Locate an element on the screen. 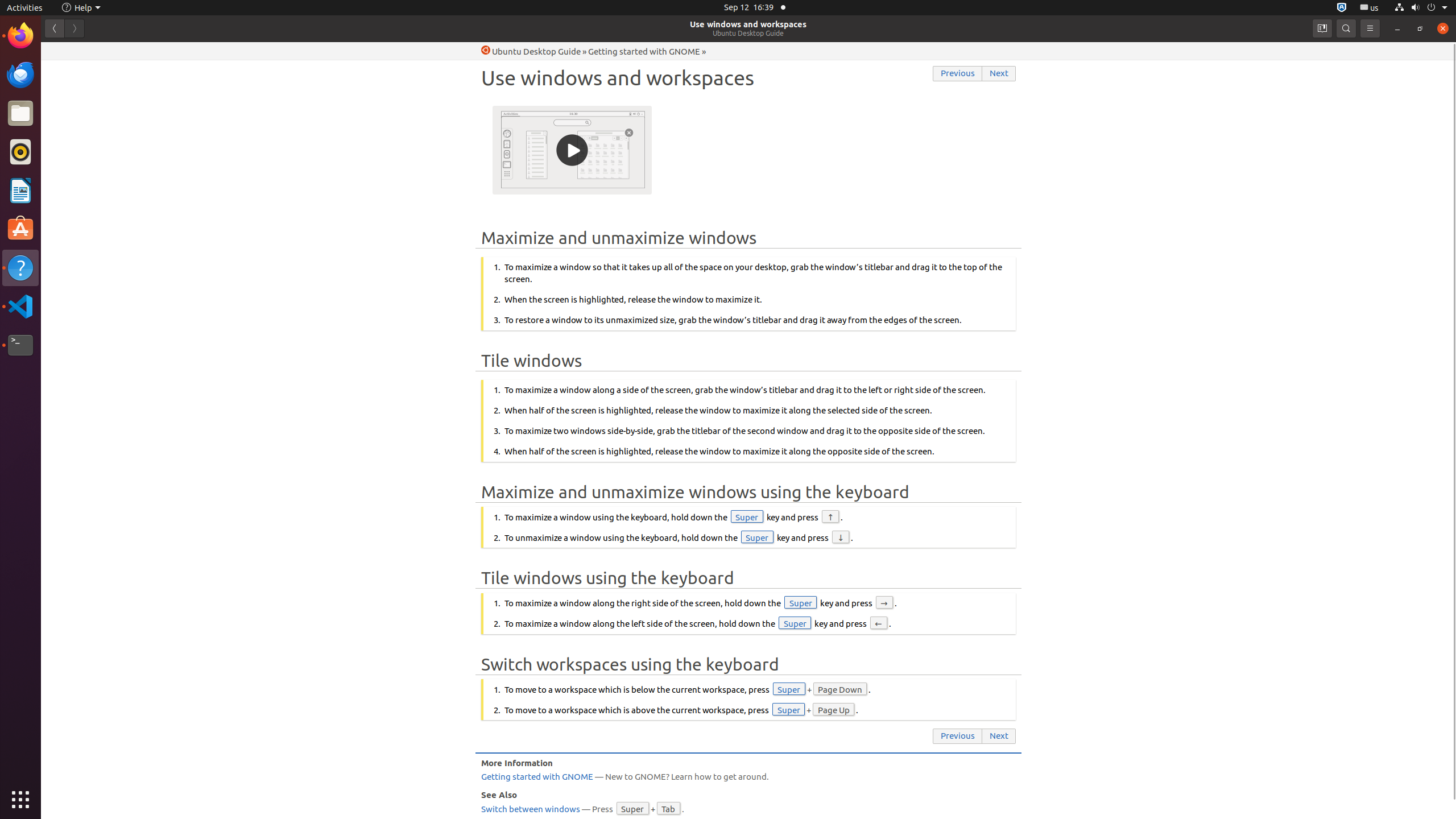  'Firefox Web Browser' is located at coordinates (20, 35).